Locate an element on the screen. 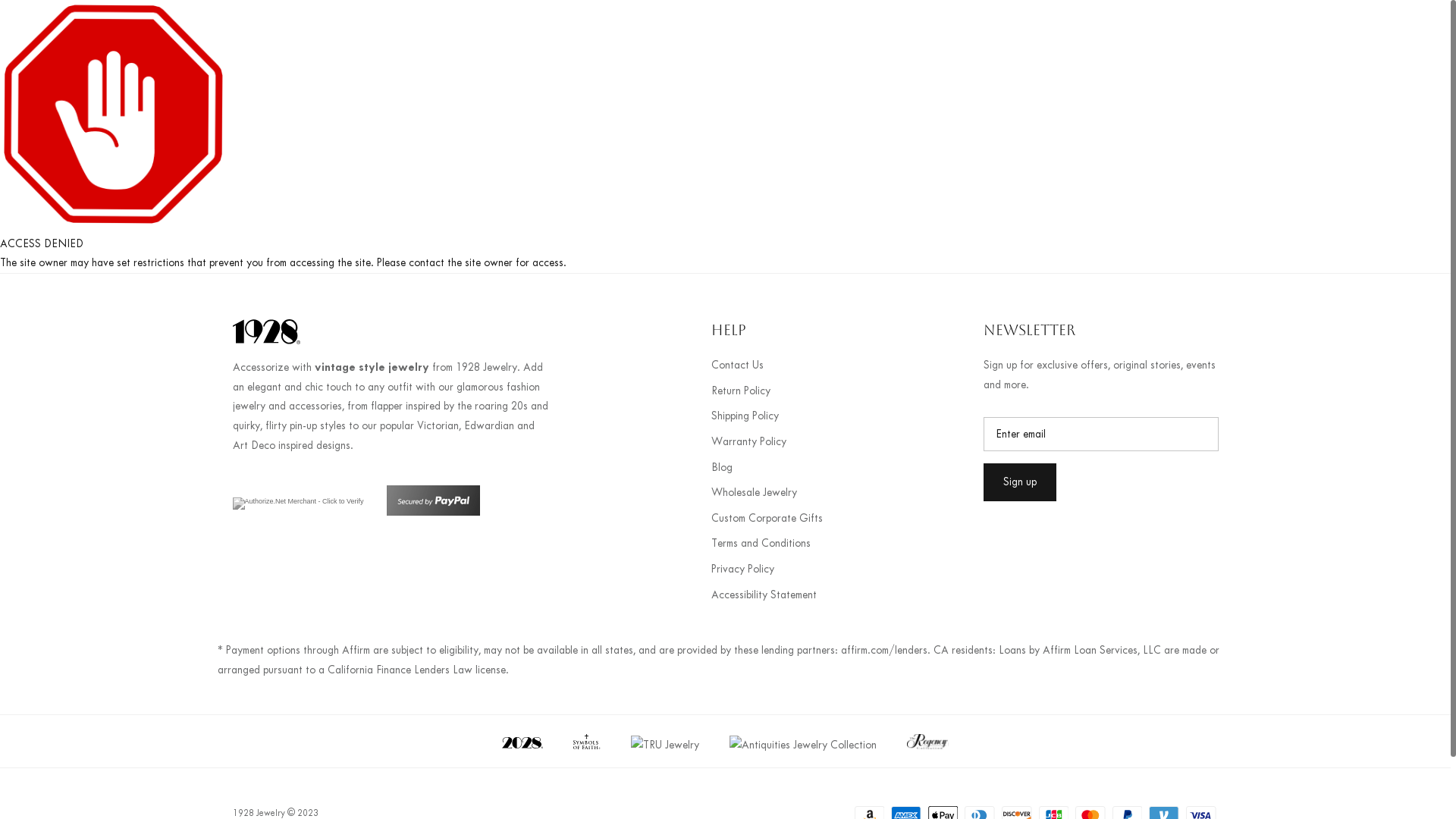  'Warranty Policy' is located at coordinates (748, 441).